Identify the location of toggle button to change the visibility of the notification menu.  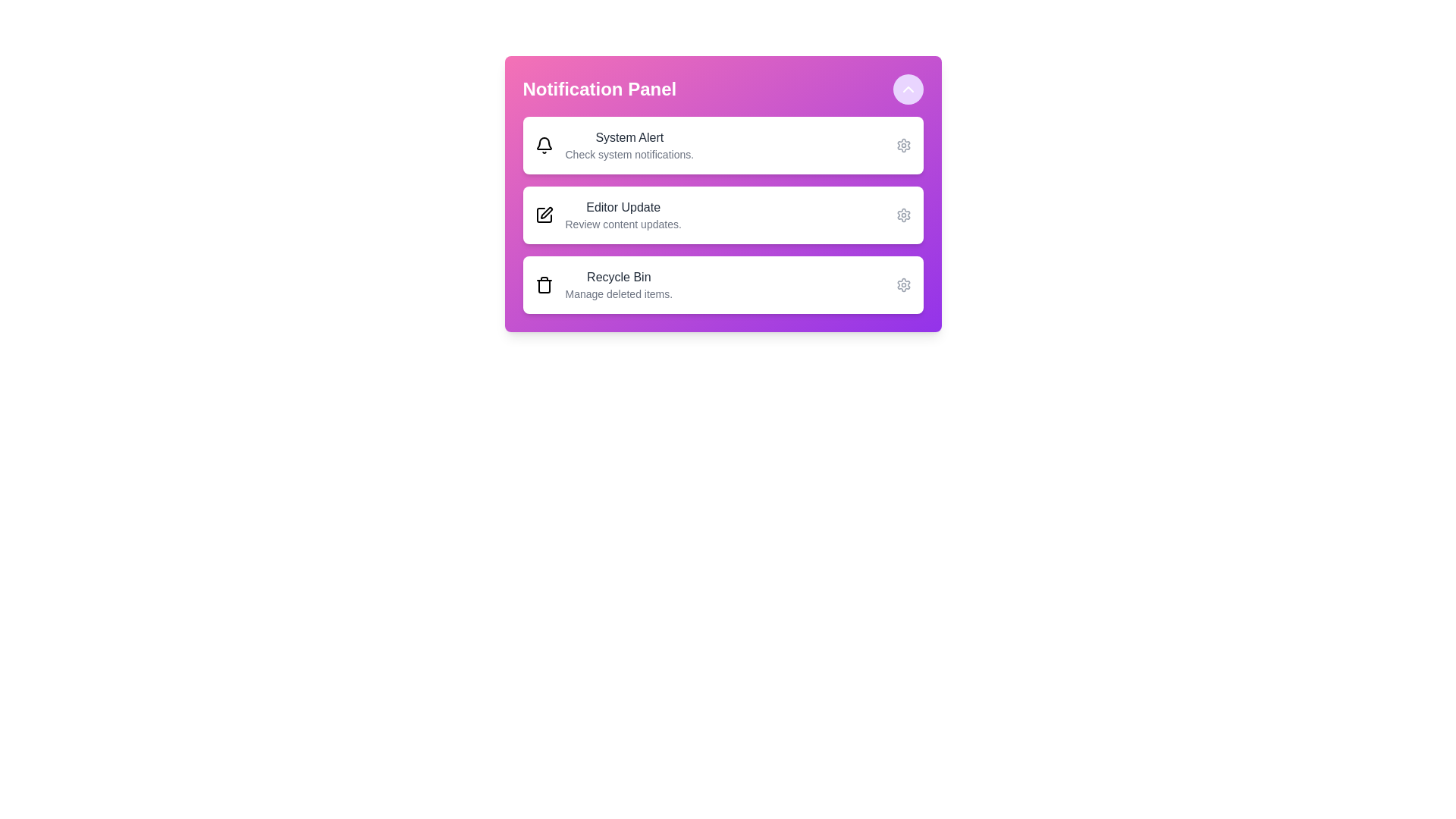
(908, 89).